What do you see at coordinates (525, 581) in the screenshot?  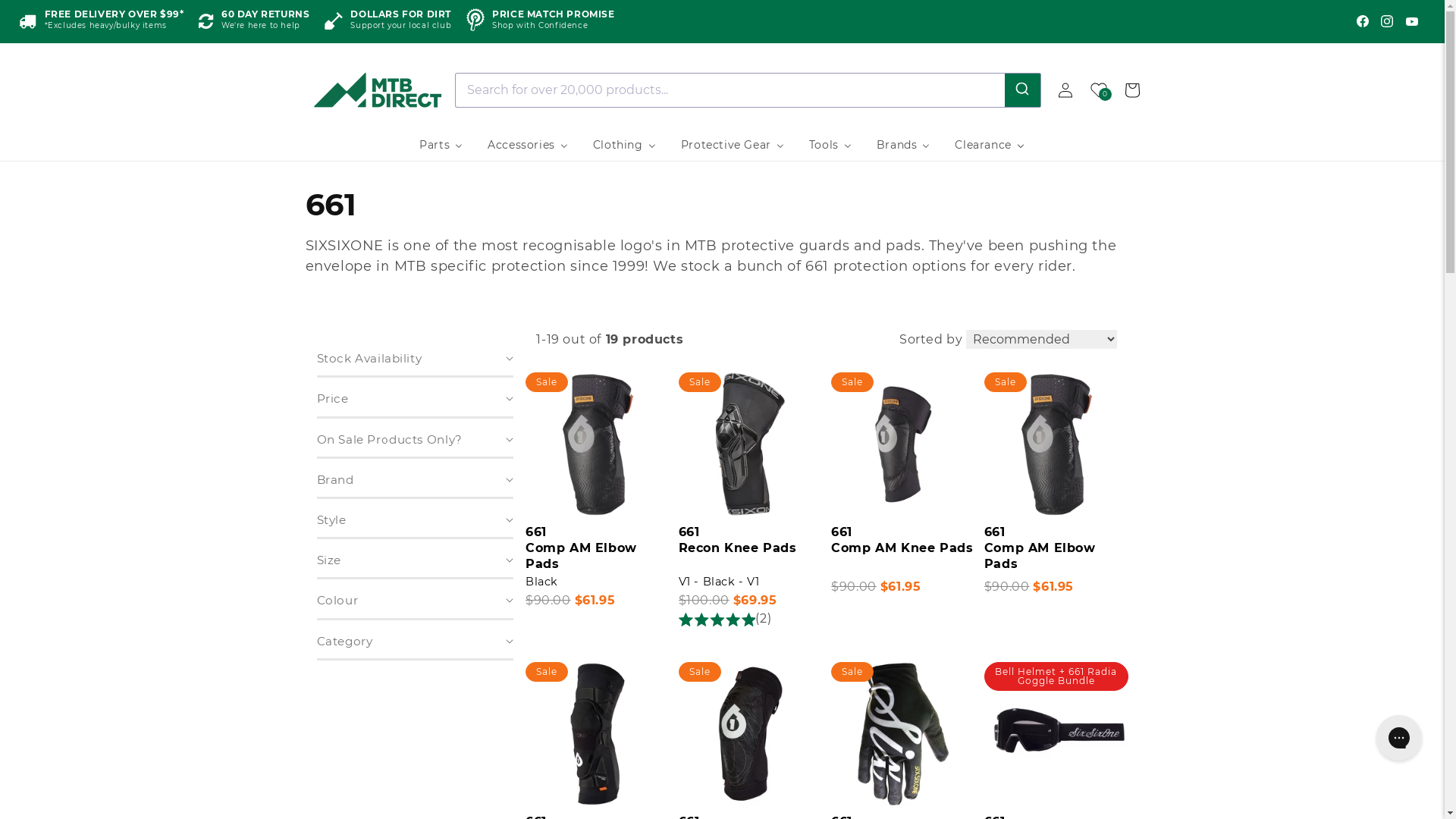 I see `'Black'` at bounding box center [525, 581].